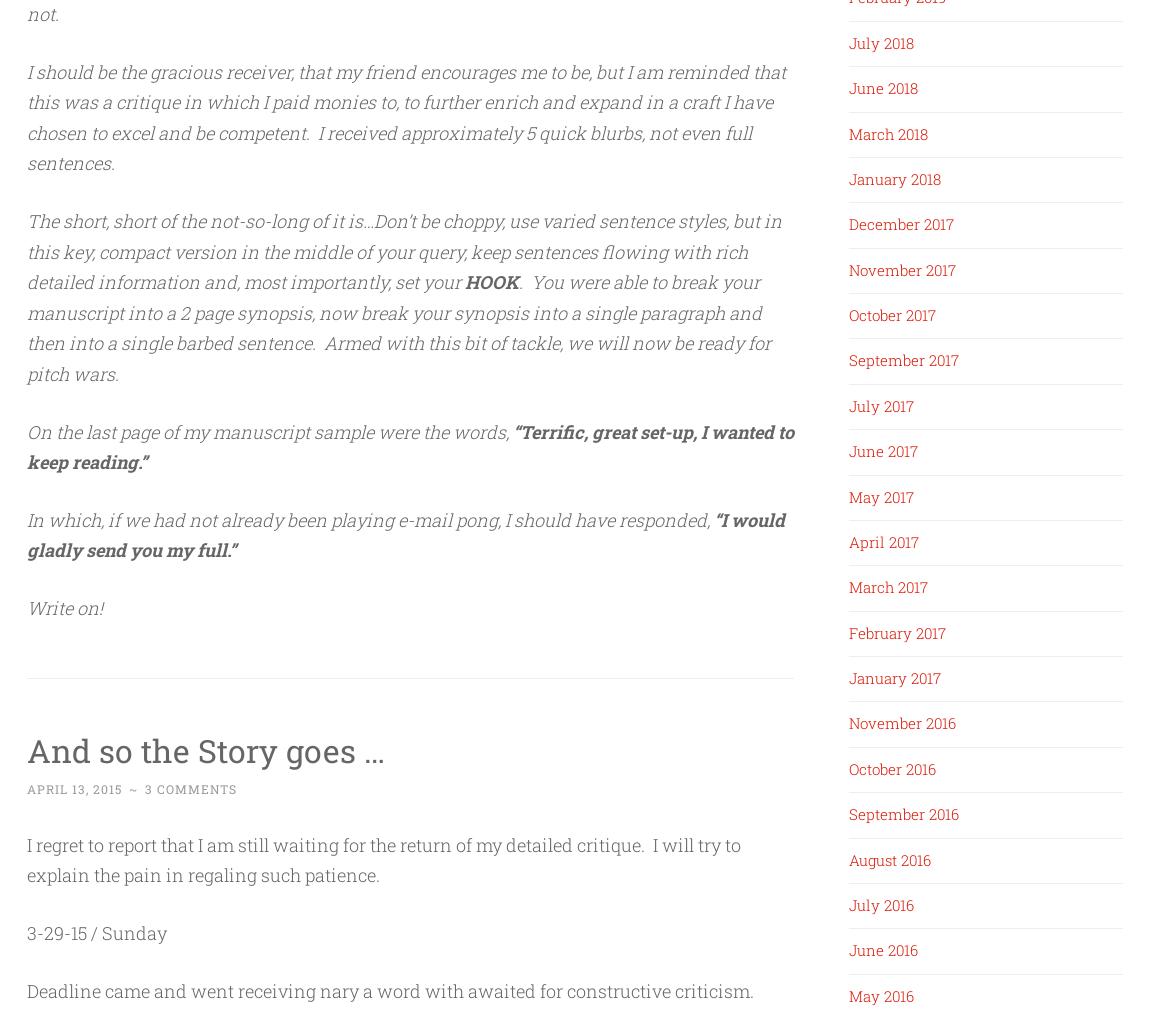  I want to click on 'November 2016', so click(902, 721).